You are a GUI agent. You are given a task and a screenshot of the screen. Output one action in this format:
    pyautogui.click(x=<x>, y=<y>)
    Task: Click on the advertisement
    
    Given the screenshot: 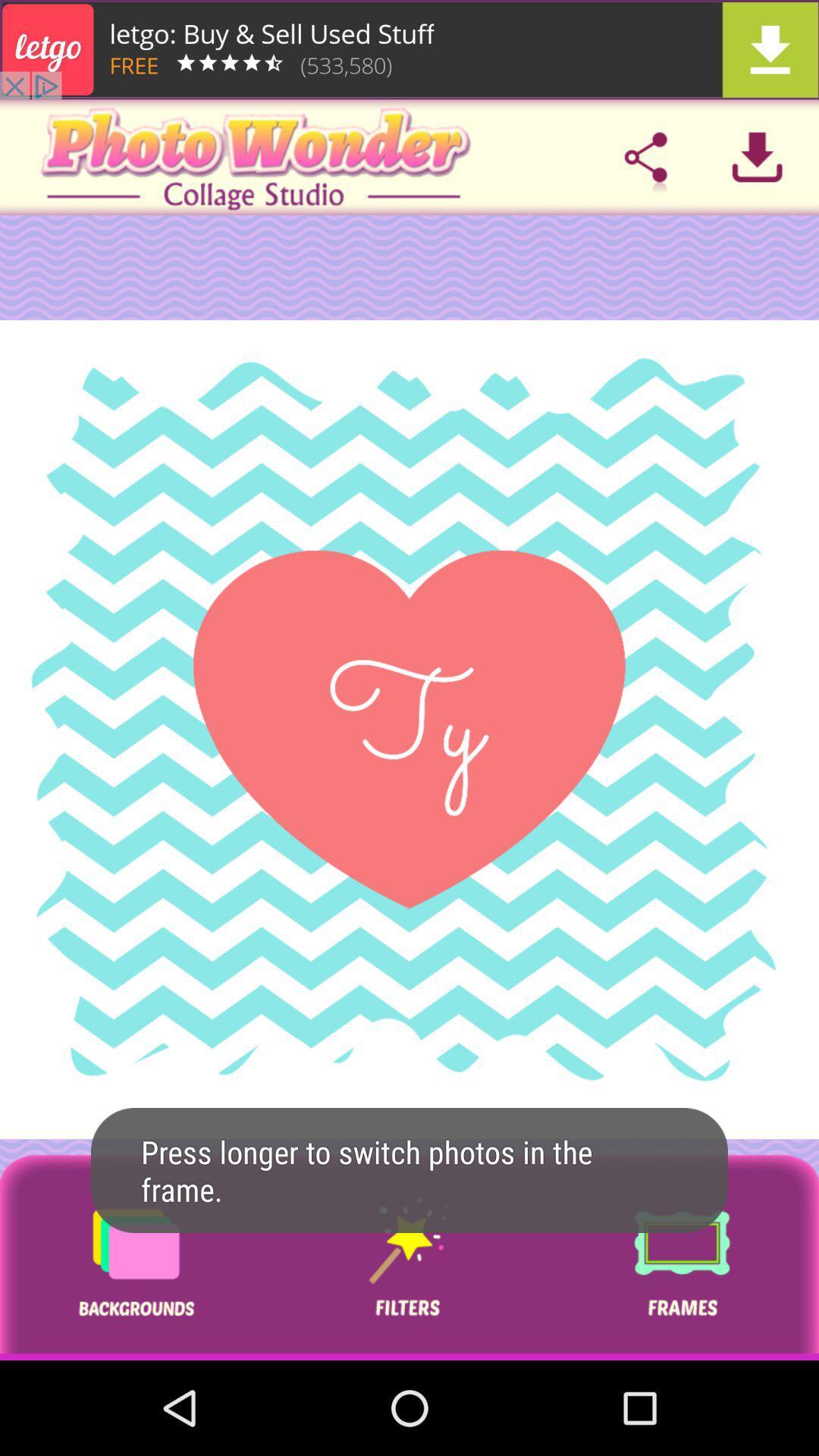 What is the action you would take?
    pyautogui.click(x=135, y=1257)
    